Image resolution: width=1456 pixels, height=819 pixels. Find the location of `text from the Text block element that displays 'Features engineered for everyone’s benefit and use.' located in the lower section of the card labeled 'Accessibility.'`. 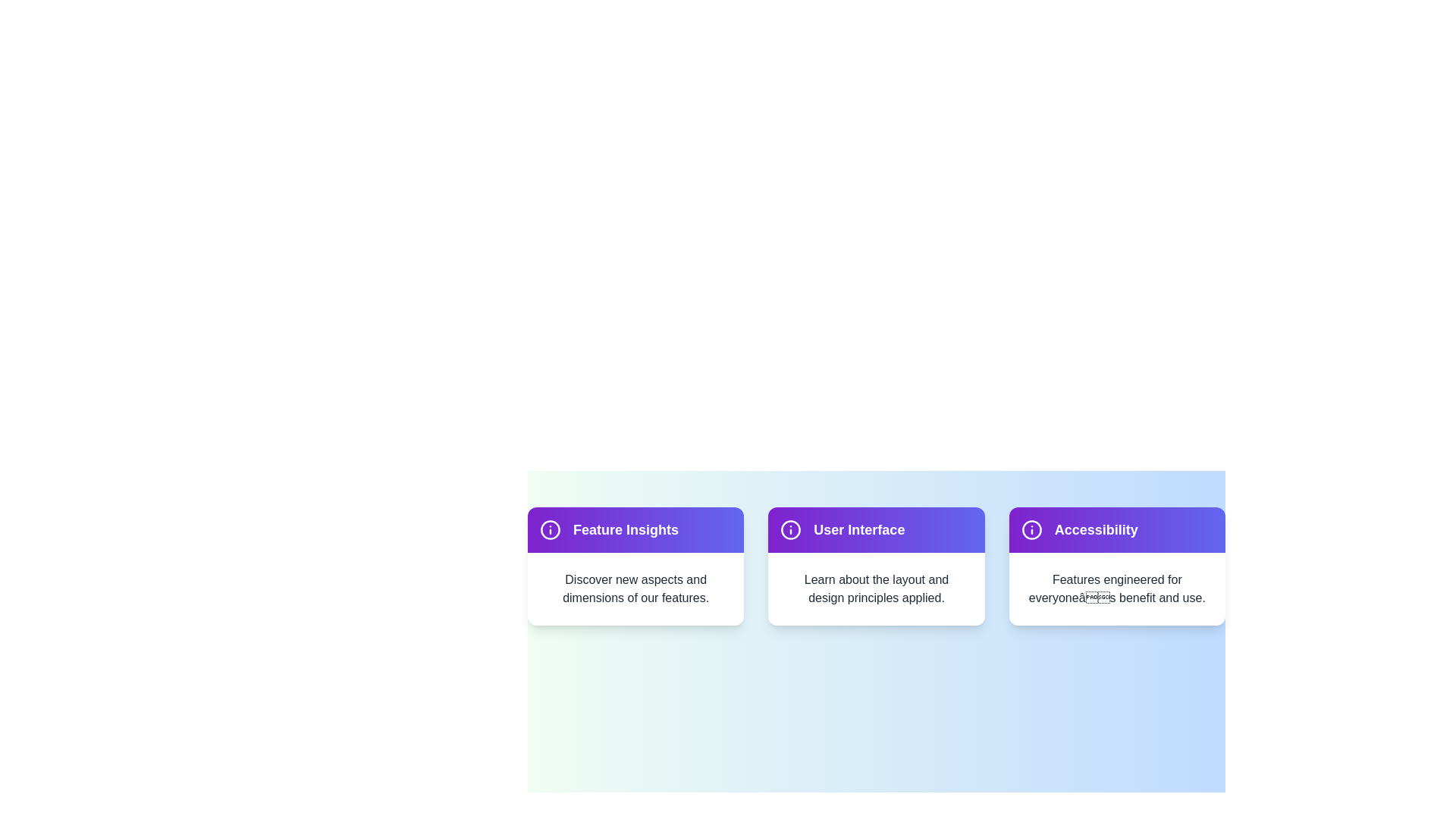

text from the Text block element that displays 'Features engineered for everyone’s benefit and use.' located in the lower section of the card labeled 'Accessibility.' is located at coordinates (1117, 588).